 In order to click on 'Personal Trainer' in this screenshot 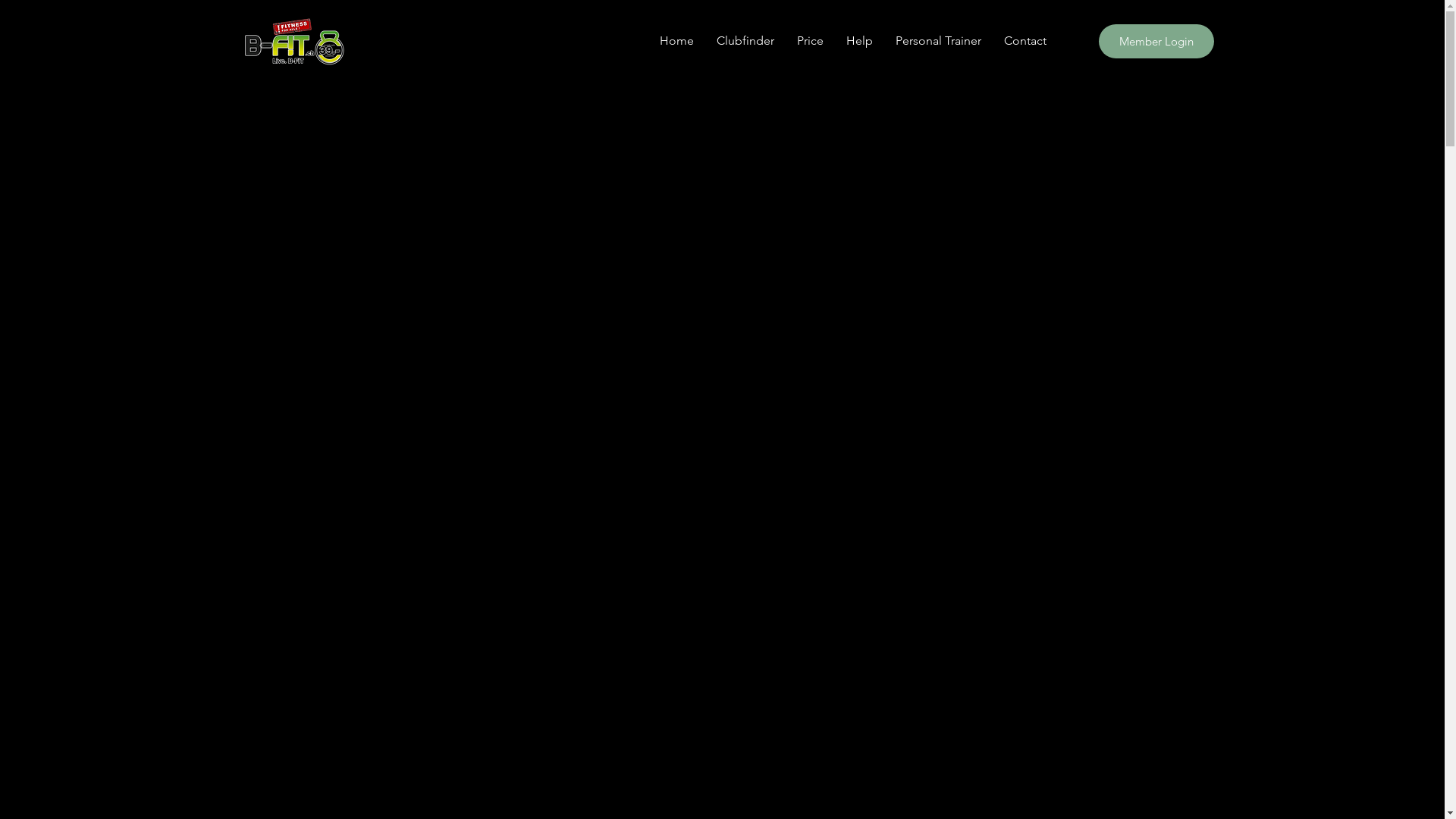, I will do `click(937, 40)`.